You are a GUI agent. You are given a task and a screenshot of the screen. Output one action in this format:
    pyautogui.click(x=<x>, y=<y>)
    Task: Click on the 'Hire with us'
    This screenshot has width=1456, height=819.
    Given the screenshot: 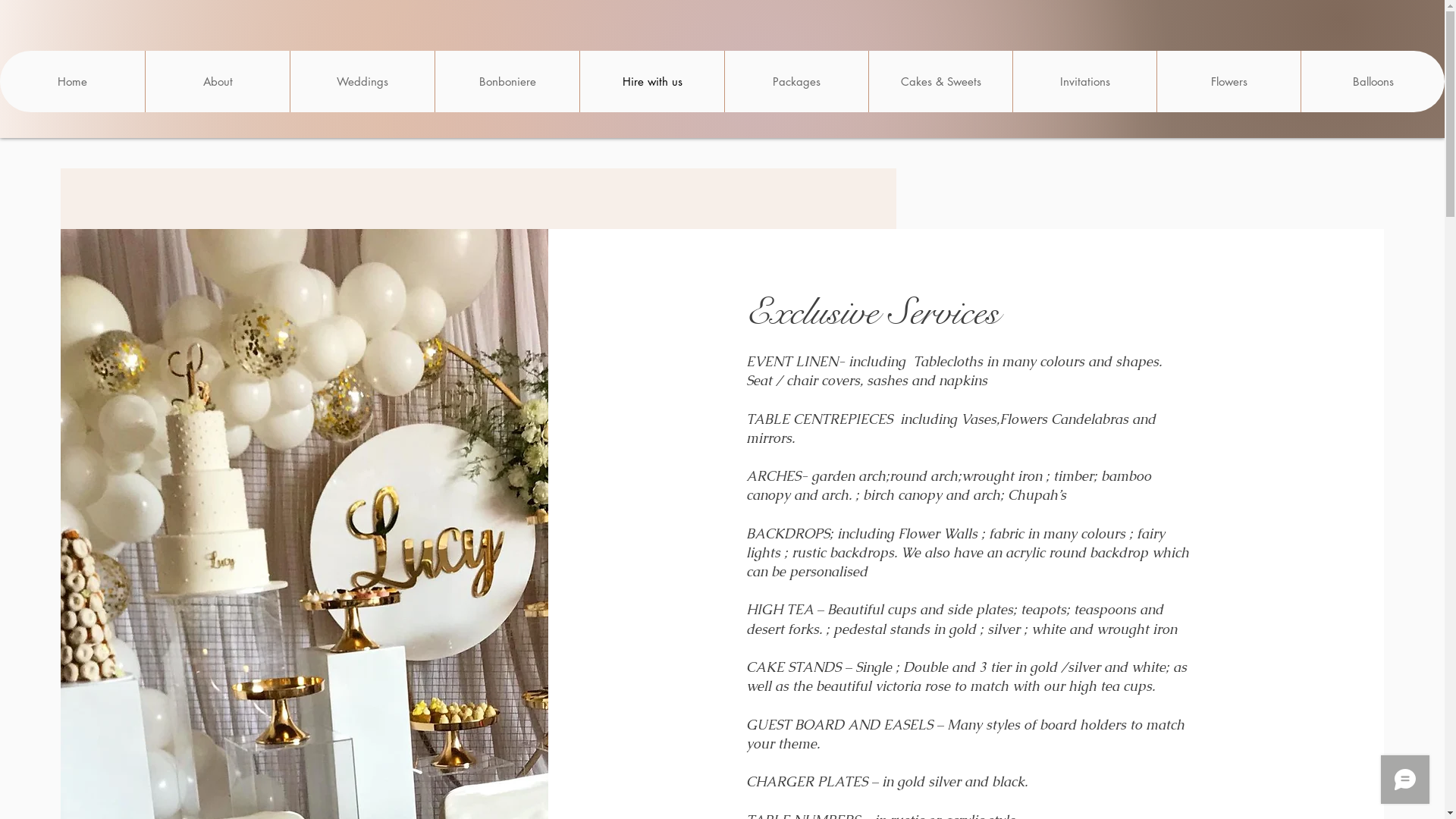 What is the action you would take?
    pyautogui.click(x=651, y=81)
    